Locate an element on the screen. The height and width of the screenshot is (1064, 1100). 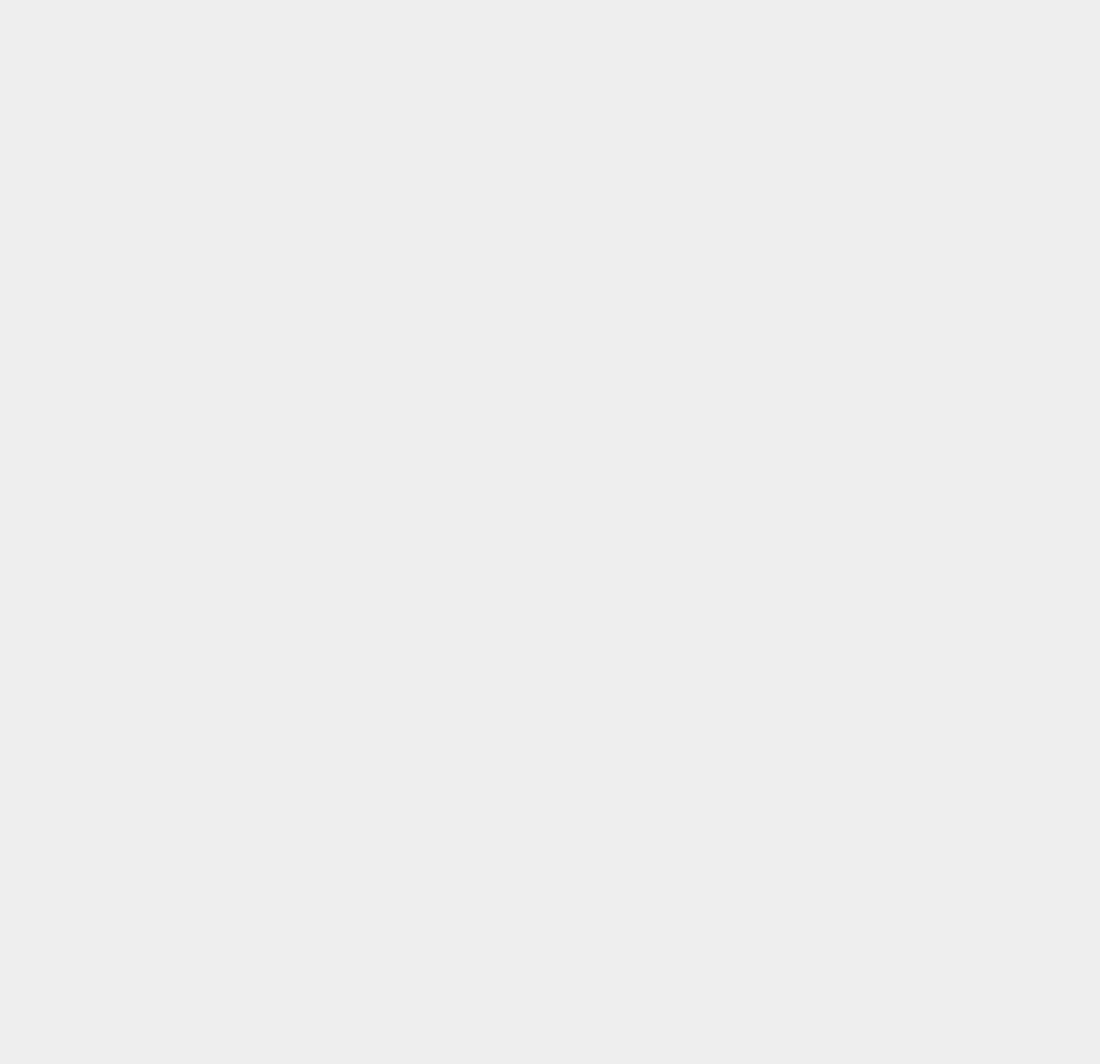
'Amazon Tablet' is located at coordinates (778, 157).